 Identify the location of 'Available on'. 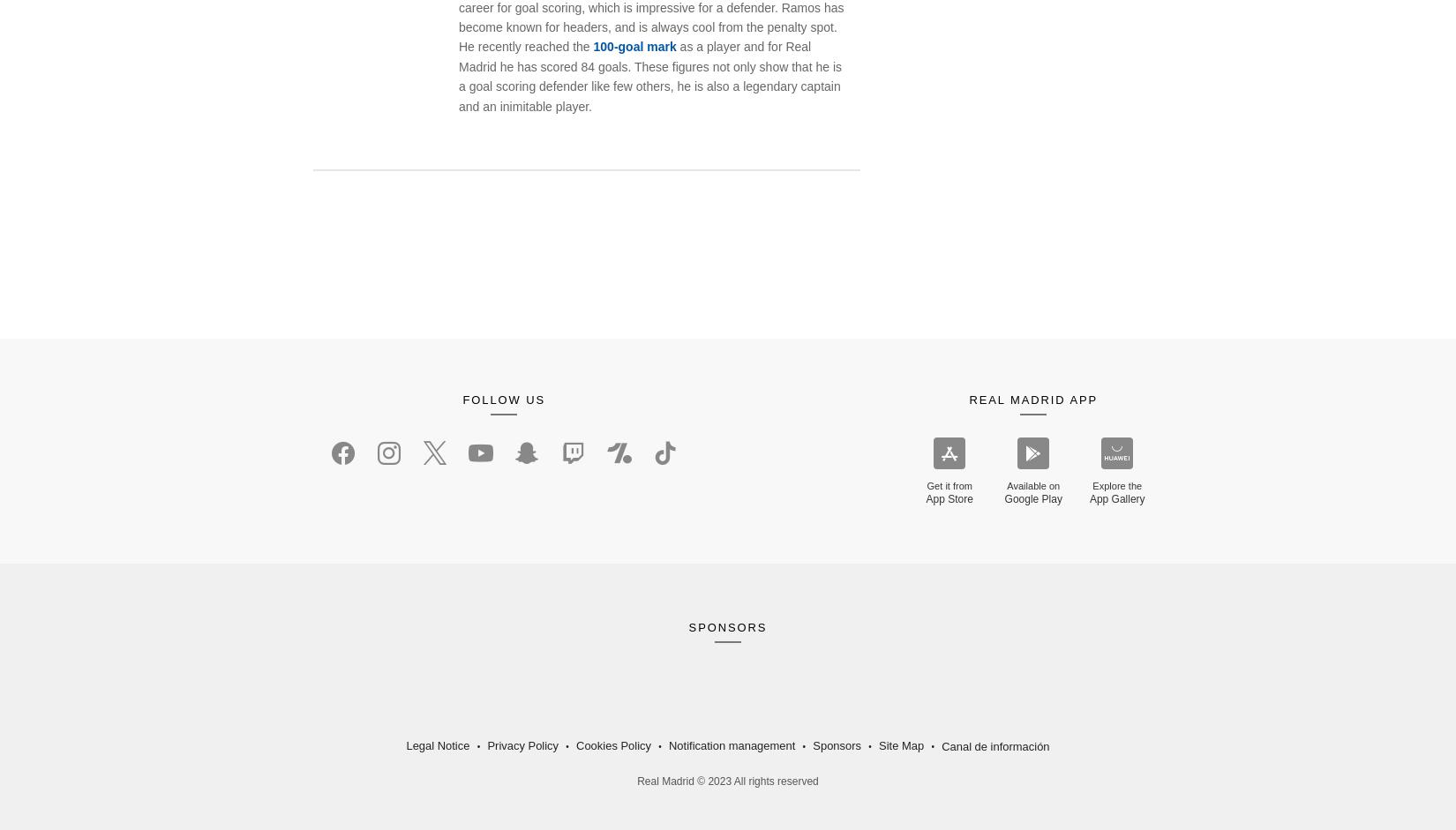
(1033, 485).